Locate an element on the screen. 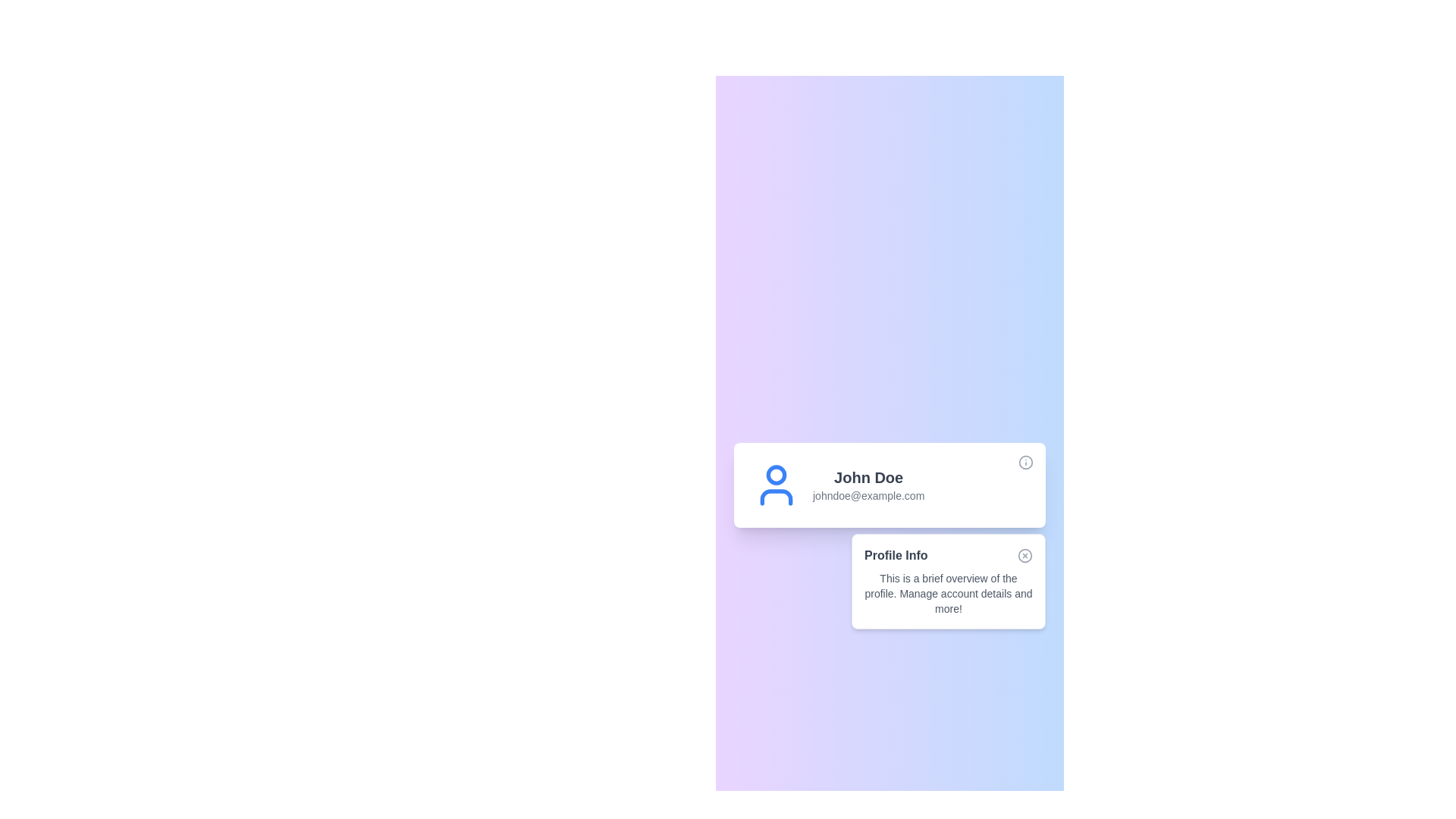 The height and width of the screenshot is (819, 1456). the text label displaying the email address 'johndoe@example.com', which is positioned beneath the name 'John Doe' in a faint gray color is located at coordinates (868, 496).